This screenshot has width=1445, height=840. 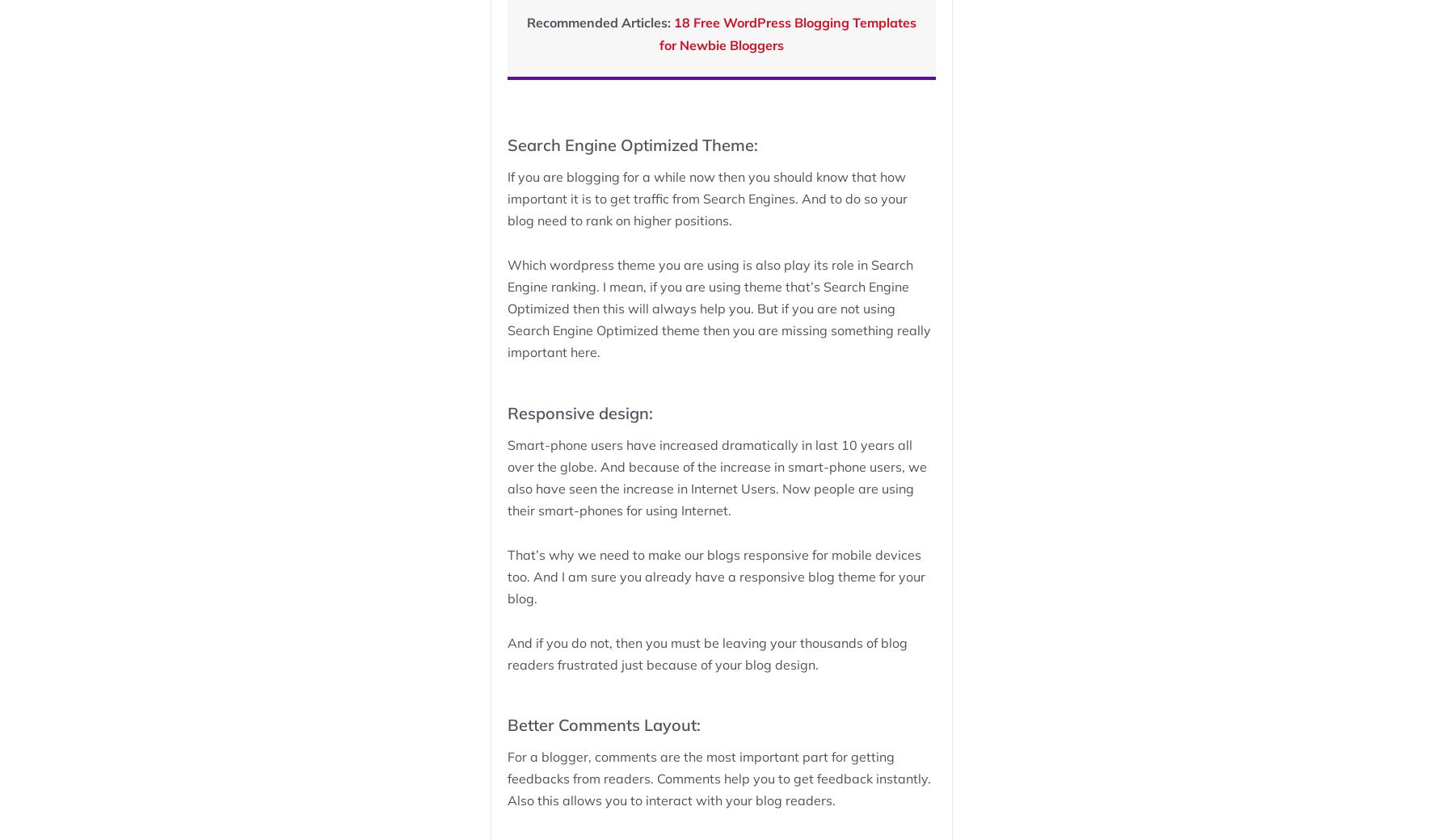 What do you see at coordinates (507, 144) in the screenshot?
I see `'Search Engine Optimized Theme:'` at bounding box center [507, 144].